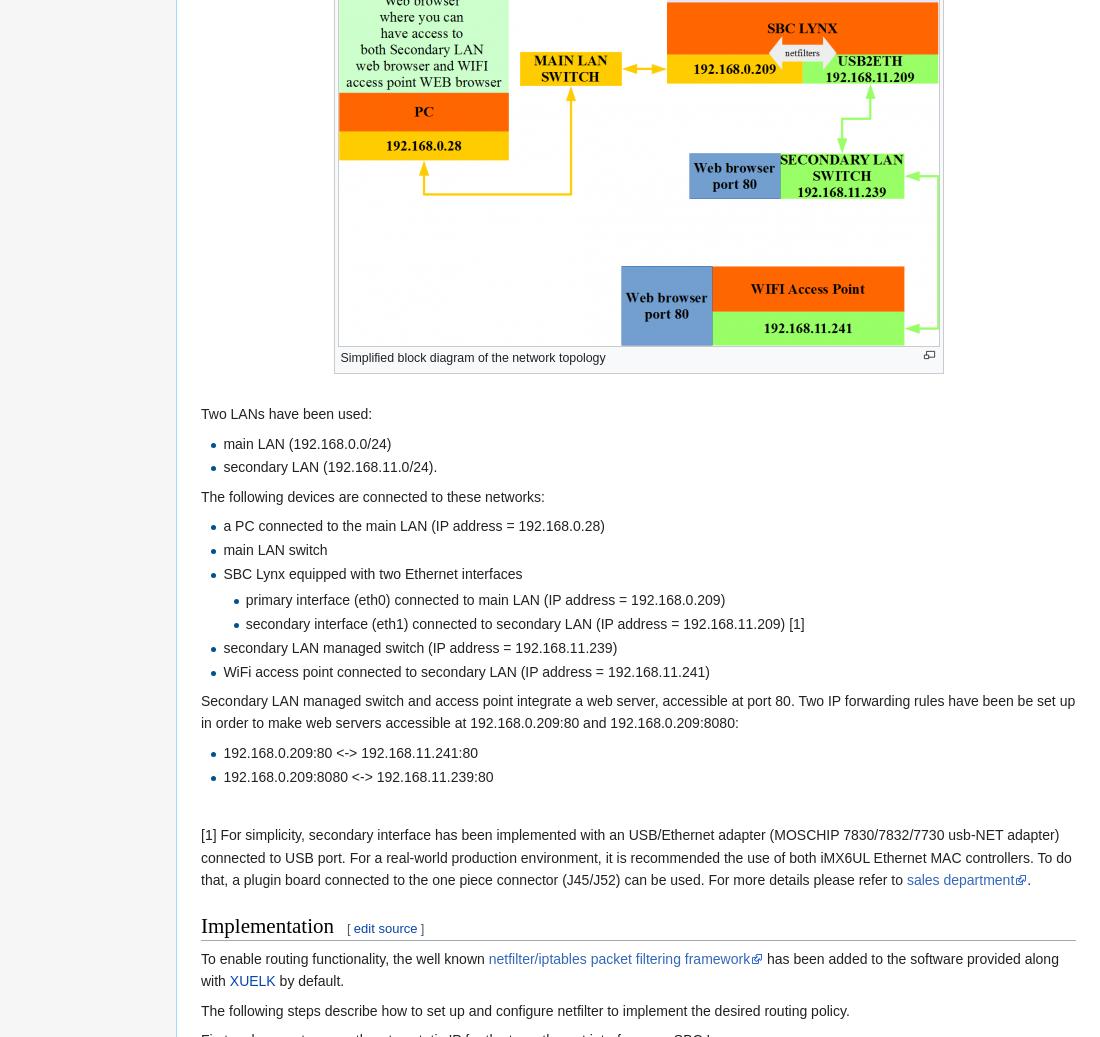  What do you see at coordinates (629, 969) in the screenshot?
I see `'has been added to the software provided along with'` at bounding box center [629, 969].